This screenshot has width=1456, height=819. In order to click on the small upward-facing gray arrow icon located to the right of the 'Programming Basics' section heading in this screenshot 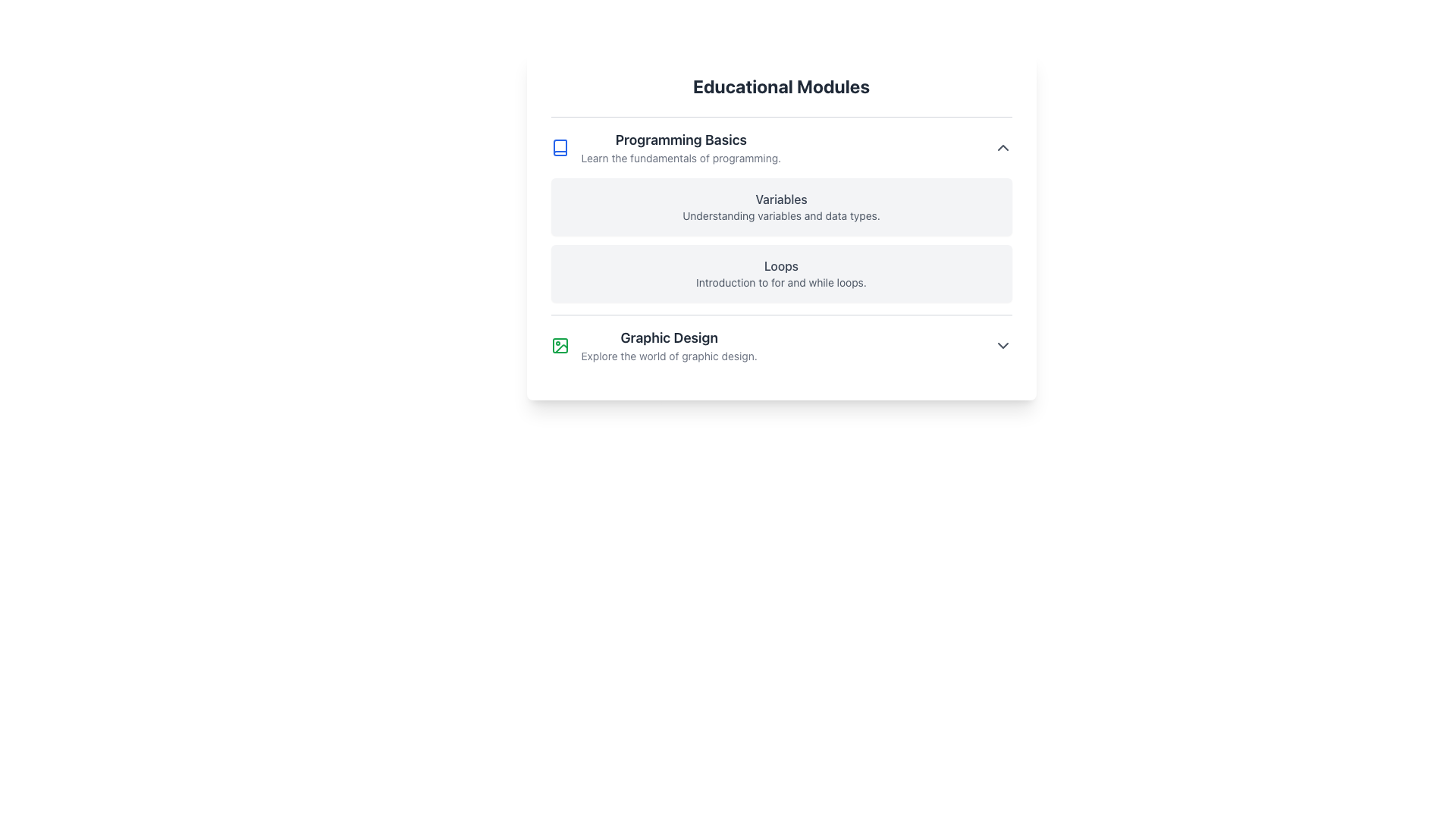, I will do `click(1003, 148)`.